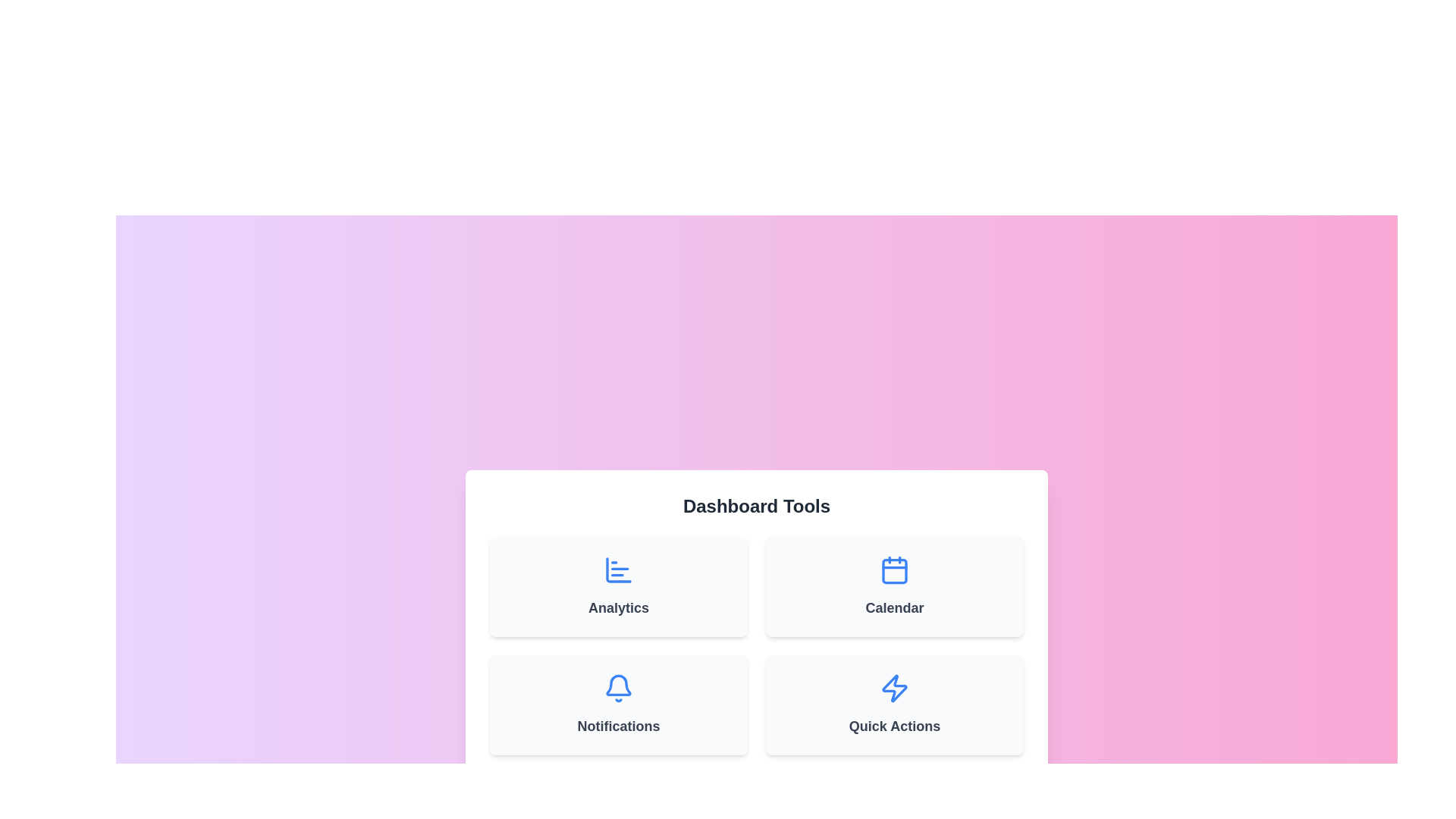  What do you see at coordinates (619, 570) in the screenshot?
I see `the decorative icon fragment representing analytics within the 'Analytics' box in the dashboard tools section` at bounding box center [619, 570].